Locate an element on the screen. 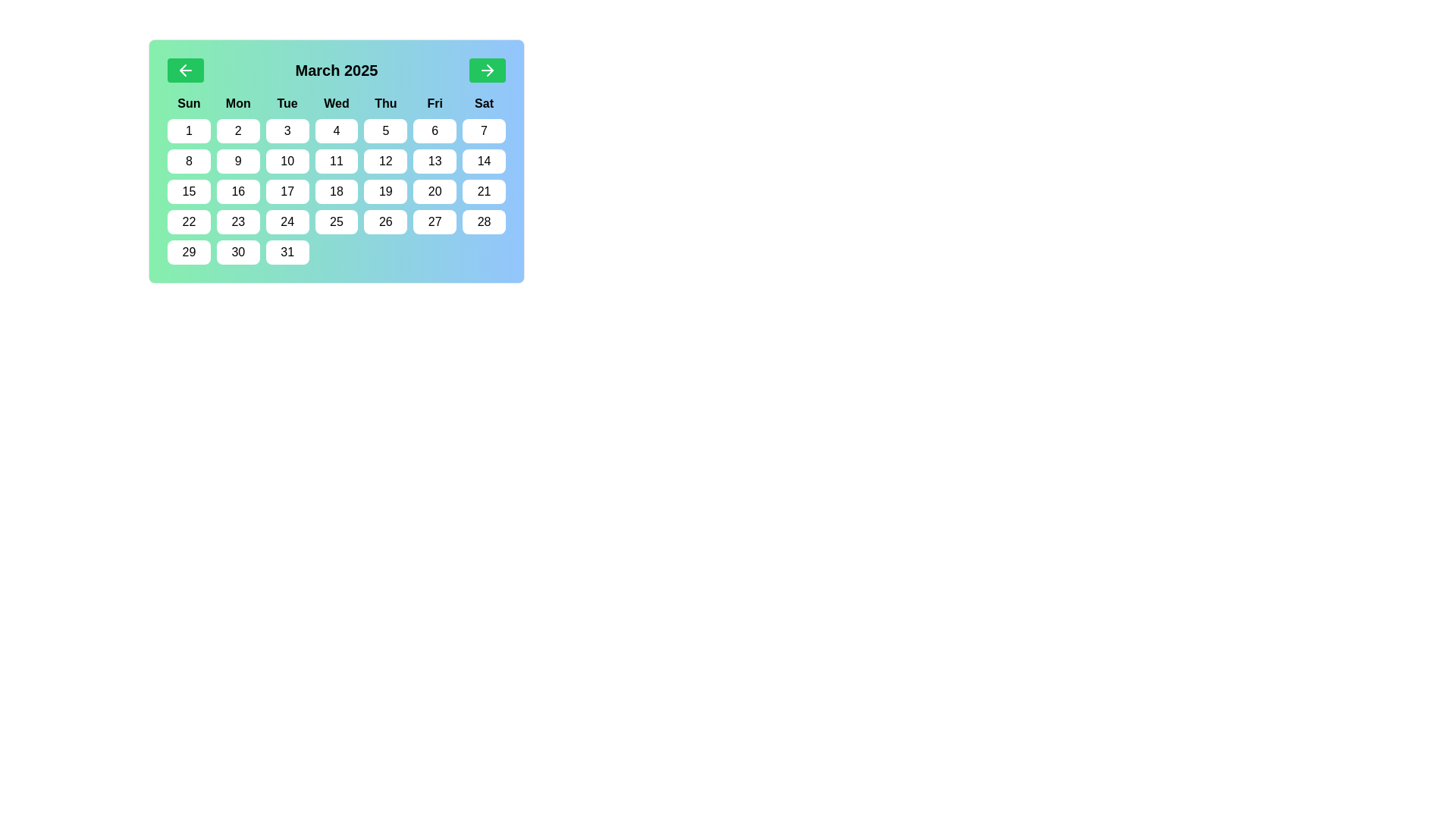  the calendar day cell button with the text '22' in the first column of the sixth row under the 'Sat' weekday label is located at coordinates (188, 222).